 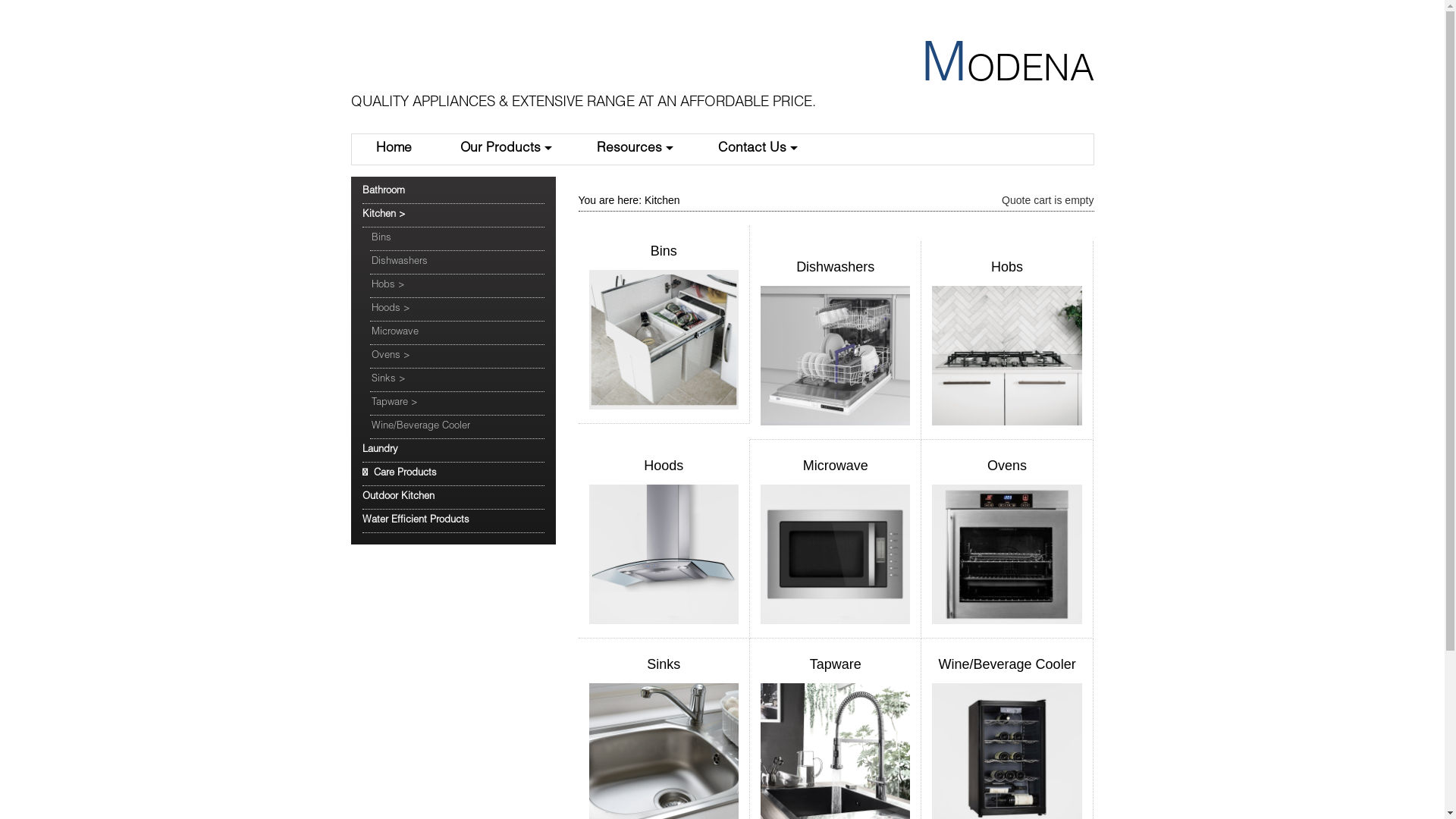 What do you see at coordinates (809, 663) in the screenshot?
I see `'Tapware'` at bounding box center [809, 663].